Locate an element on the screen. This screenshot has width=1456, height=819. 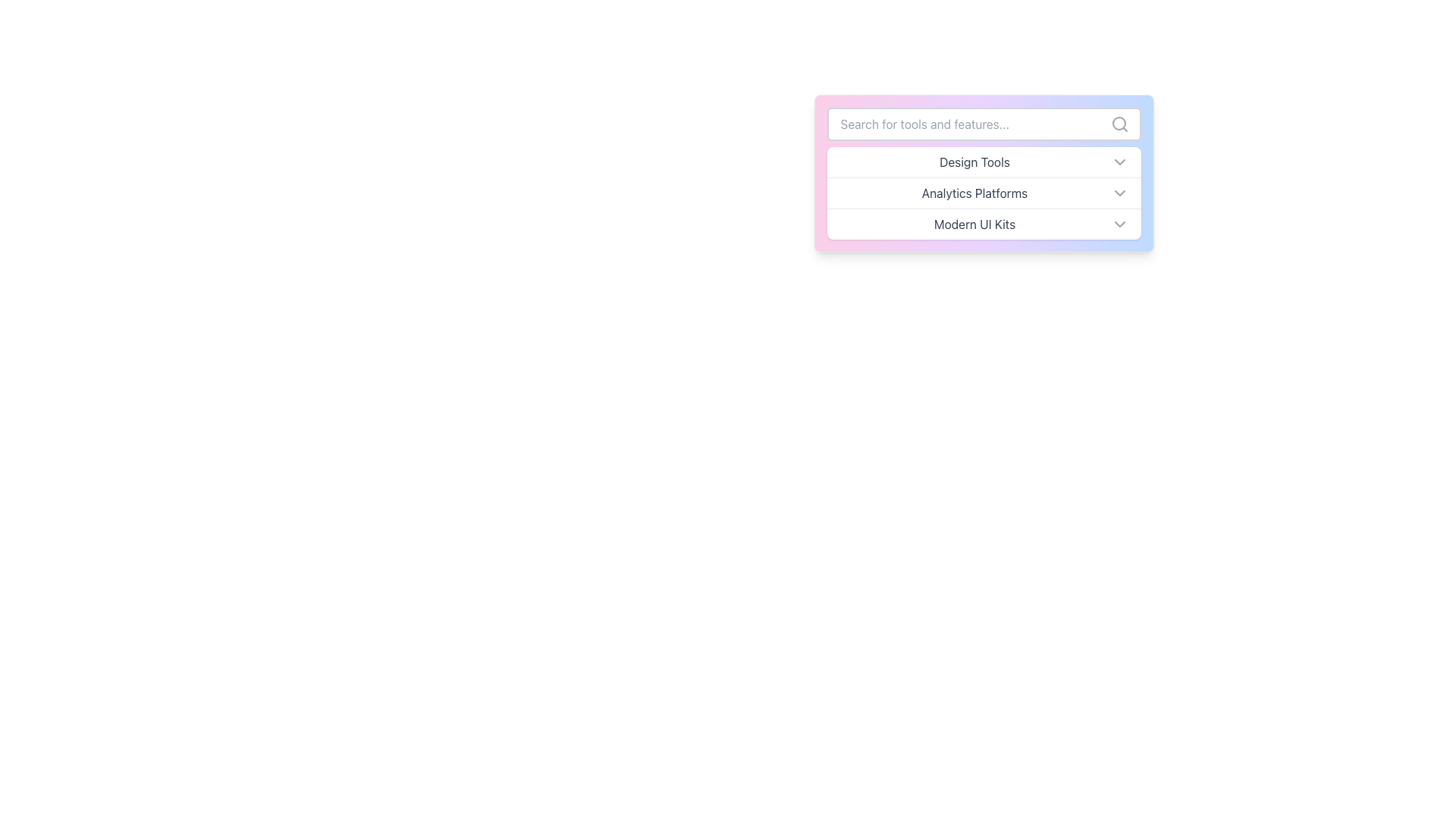
the search icon located at the far right inside the associated search bar input field, which helps users recognize its purpose as a search functionality is located at coordinates (1119, 124).